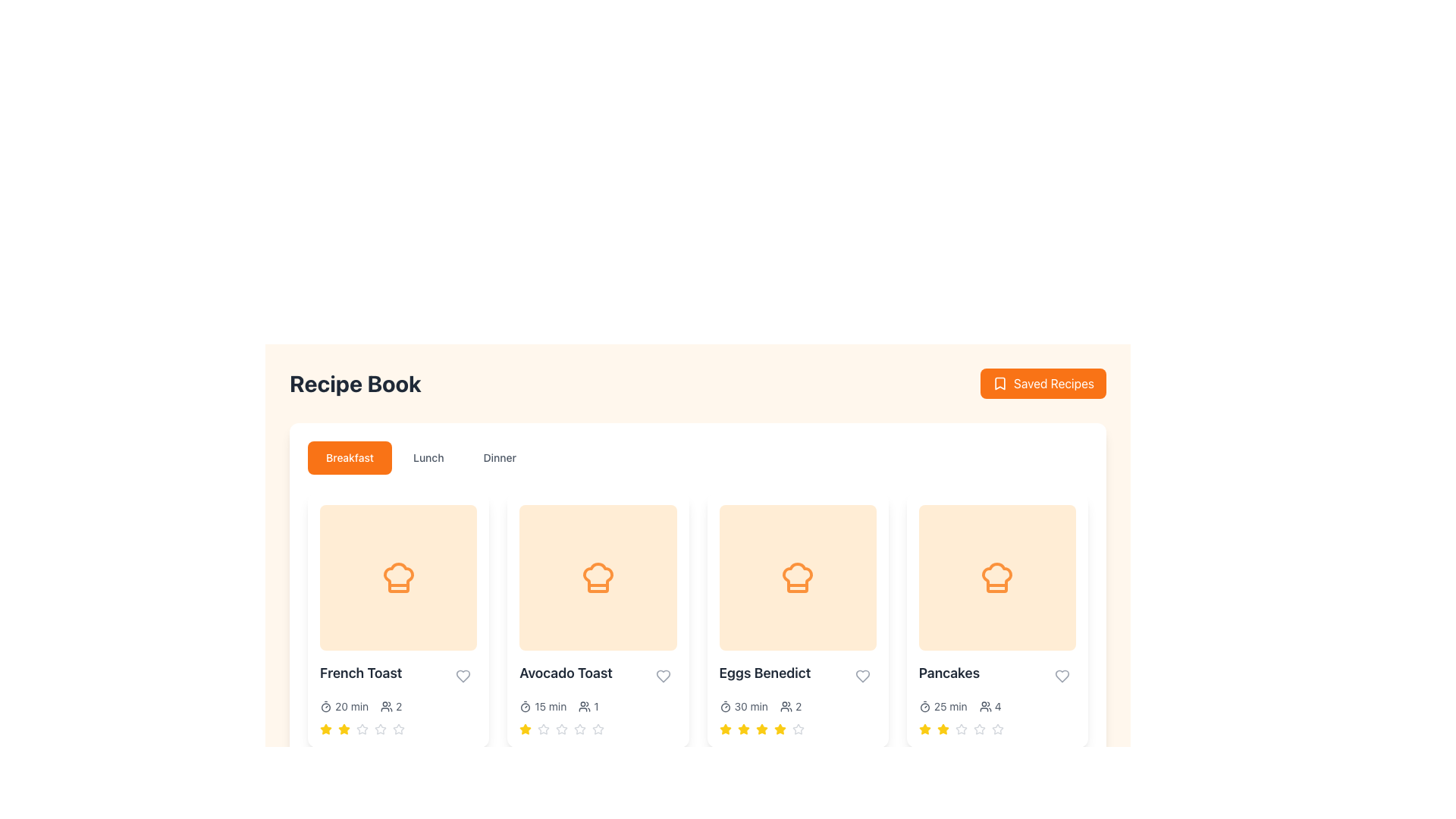 This screenshot has height=819, width=1456. I want to click on the favorite button icon for the 'French Toast' recipe, so click(463, 675).